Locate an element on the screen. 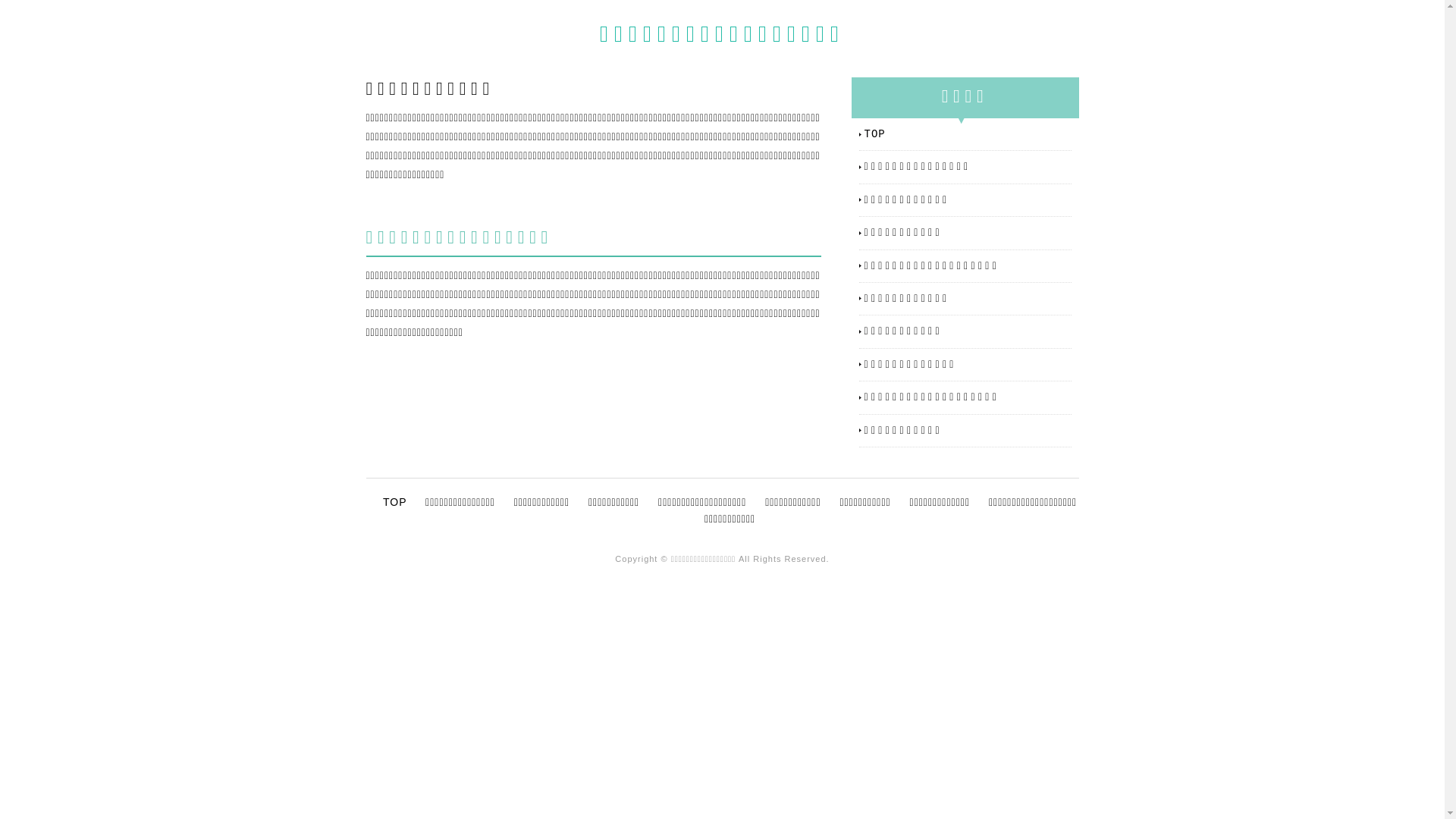  'TOP' is located at coordinates (394, 502).